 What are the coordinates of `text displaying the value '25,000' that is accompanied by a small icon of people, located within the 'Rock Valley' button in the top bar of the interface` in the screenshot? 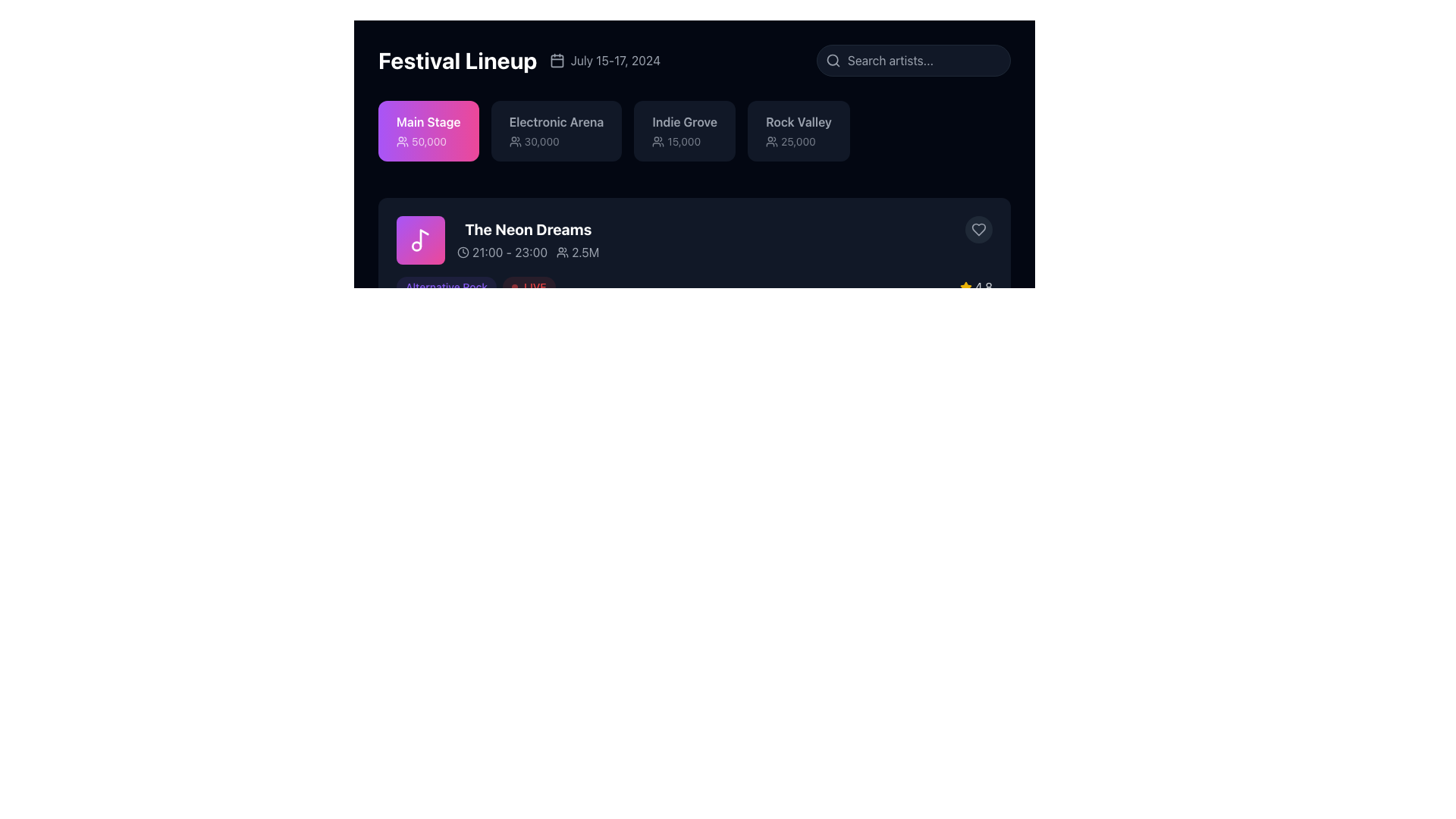 It's located at (798, 141).